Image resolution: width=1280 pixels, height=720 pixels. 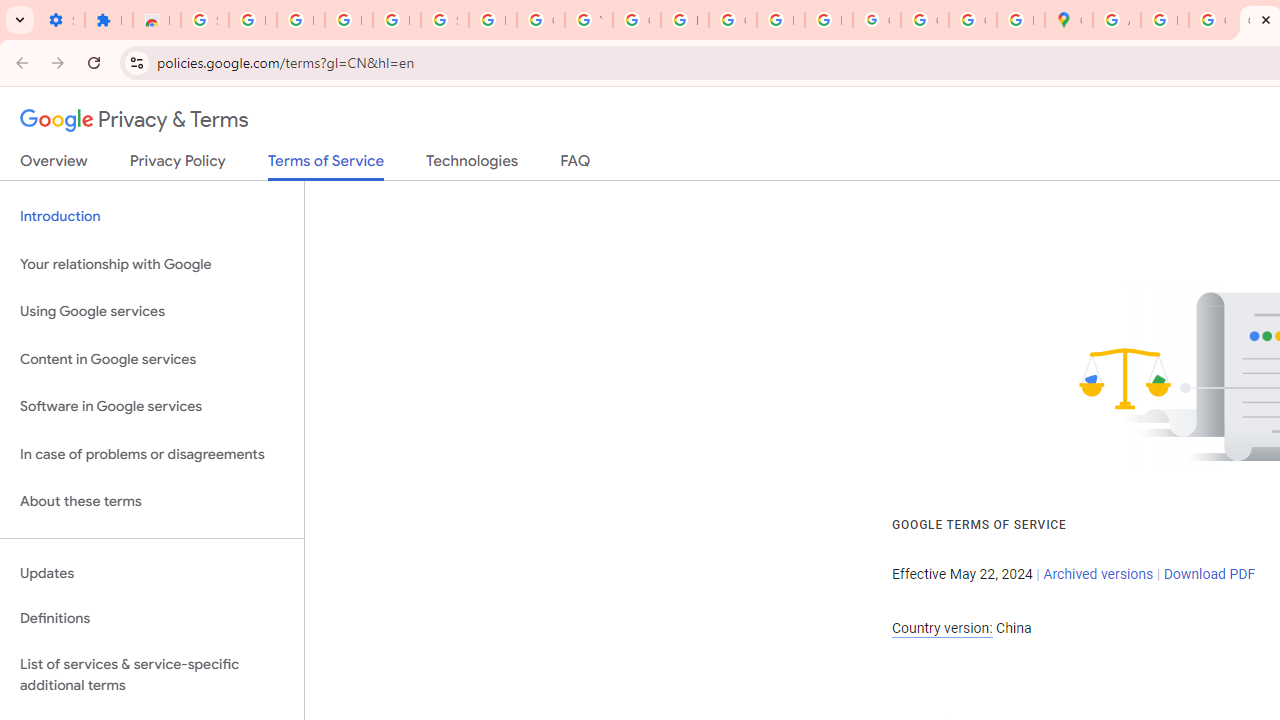 I want to click on 'YouTube', so click(x=587, y=20).